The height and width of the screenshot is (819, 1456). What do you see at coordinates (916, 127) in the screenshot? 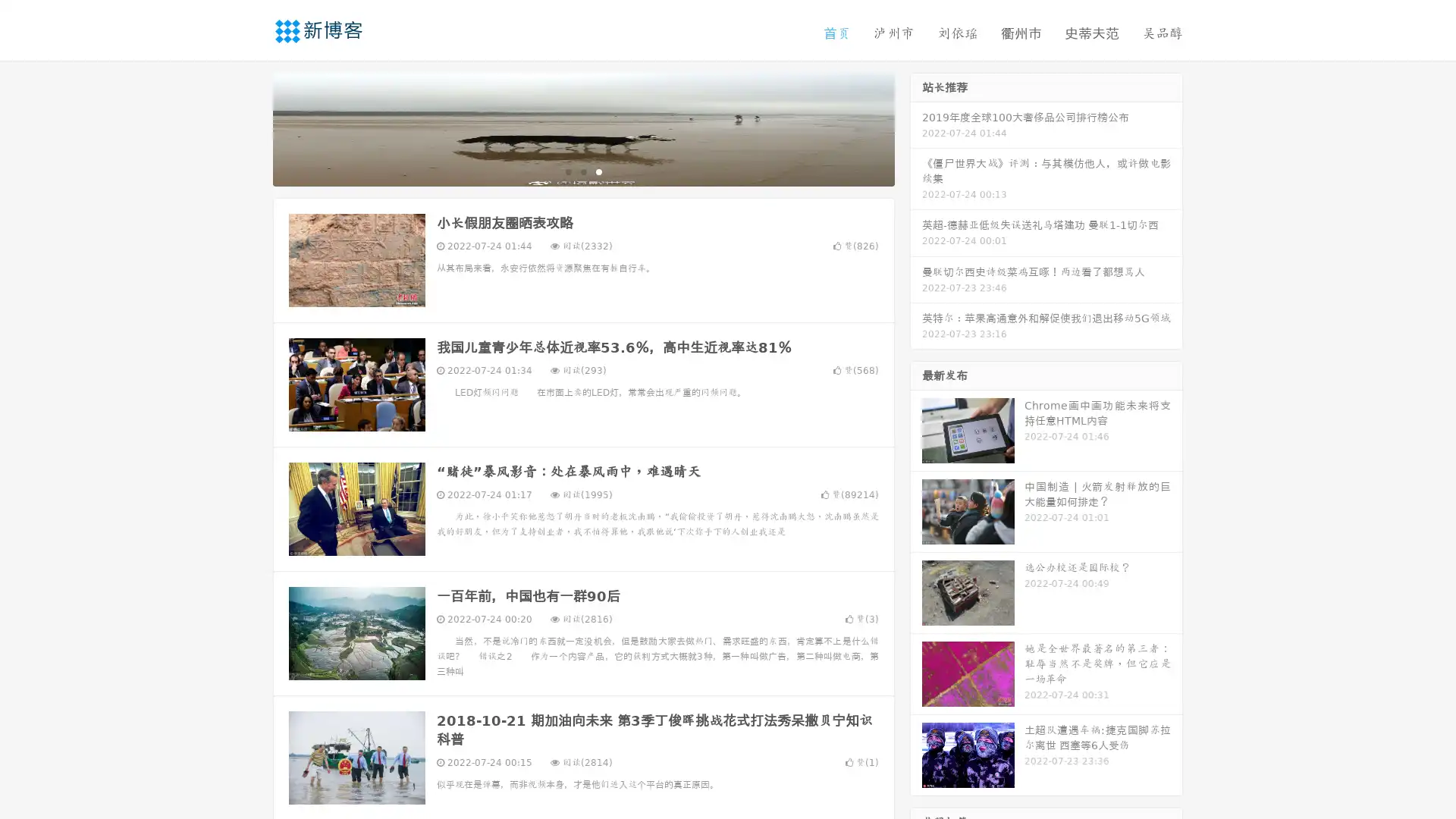
I see `Next slide` at bounding box center [916, 127].